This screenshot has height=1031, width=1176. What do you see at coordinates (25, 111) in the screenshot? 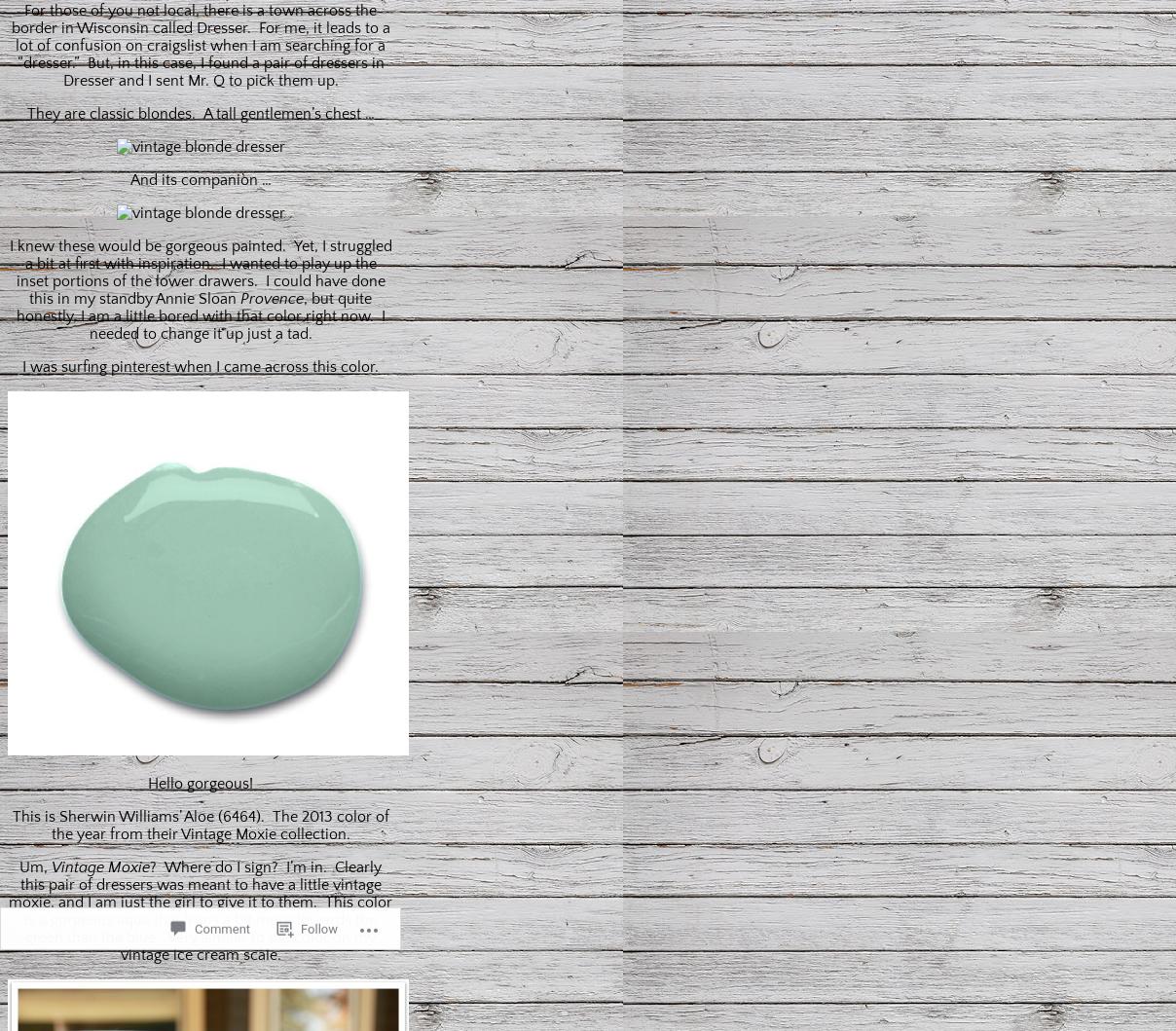
I see `'They are classic blondes.  A tall gentlemen’s chest …'` at bounding box center [25, 111].